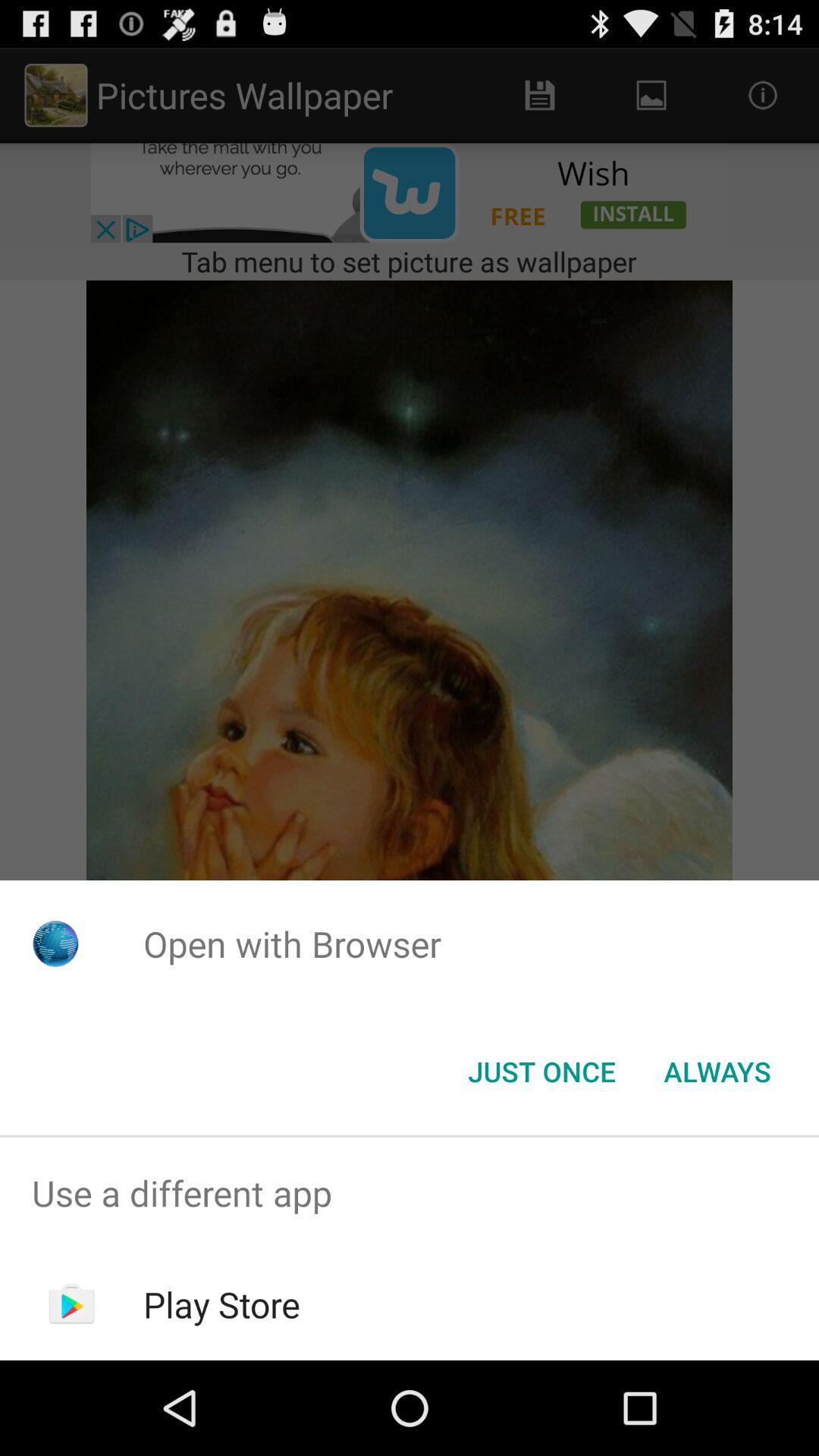 Image resolution: width=819 pixels, height=1456 pixels. Describe the element at coordinates (221, 1304) in the screenshot. I see `play store icon` at that location.